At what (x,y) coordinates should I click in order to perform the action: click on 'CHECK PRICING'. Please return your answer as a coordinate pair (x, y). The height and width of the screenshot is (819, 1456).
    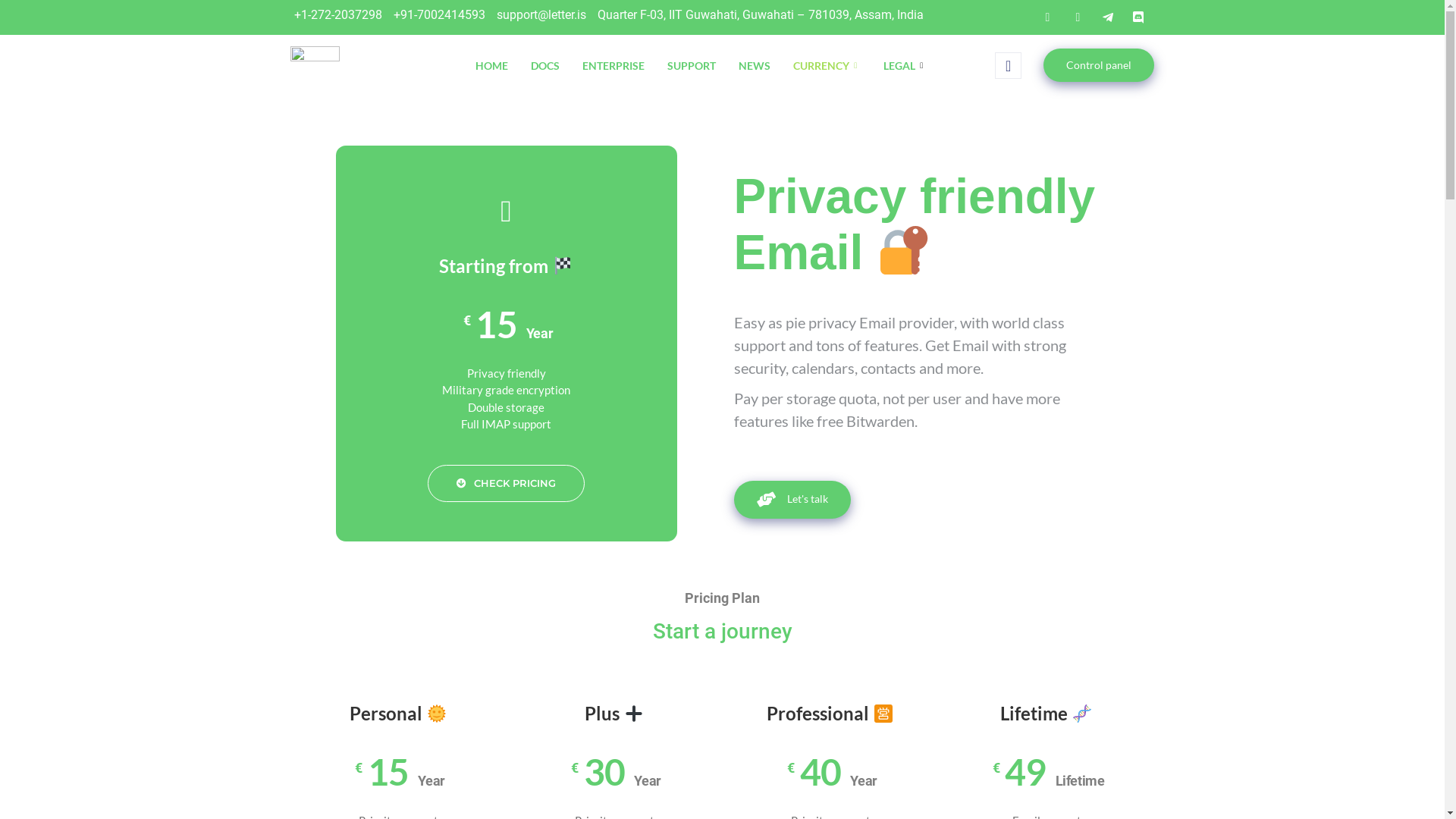
    Looking at the image, I should click on (506, 483).